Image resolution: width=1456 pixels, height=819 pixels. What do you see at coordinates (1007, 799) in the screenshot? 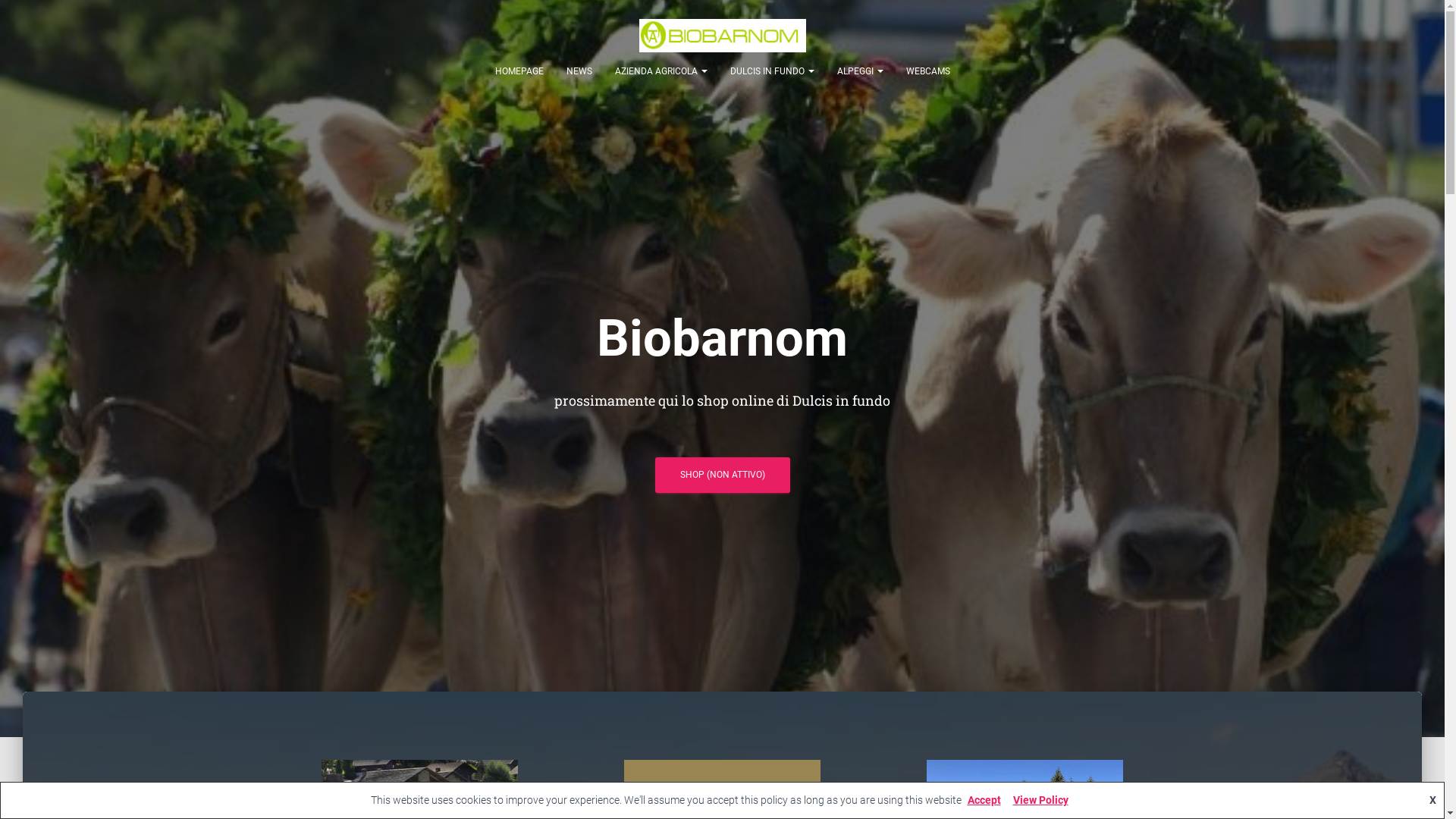
I see `'View Policy'` at bounding box center [1007, 799].